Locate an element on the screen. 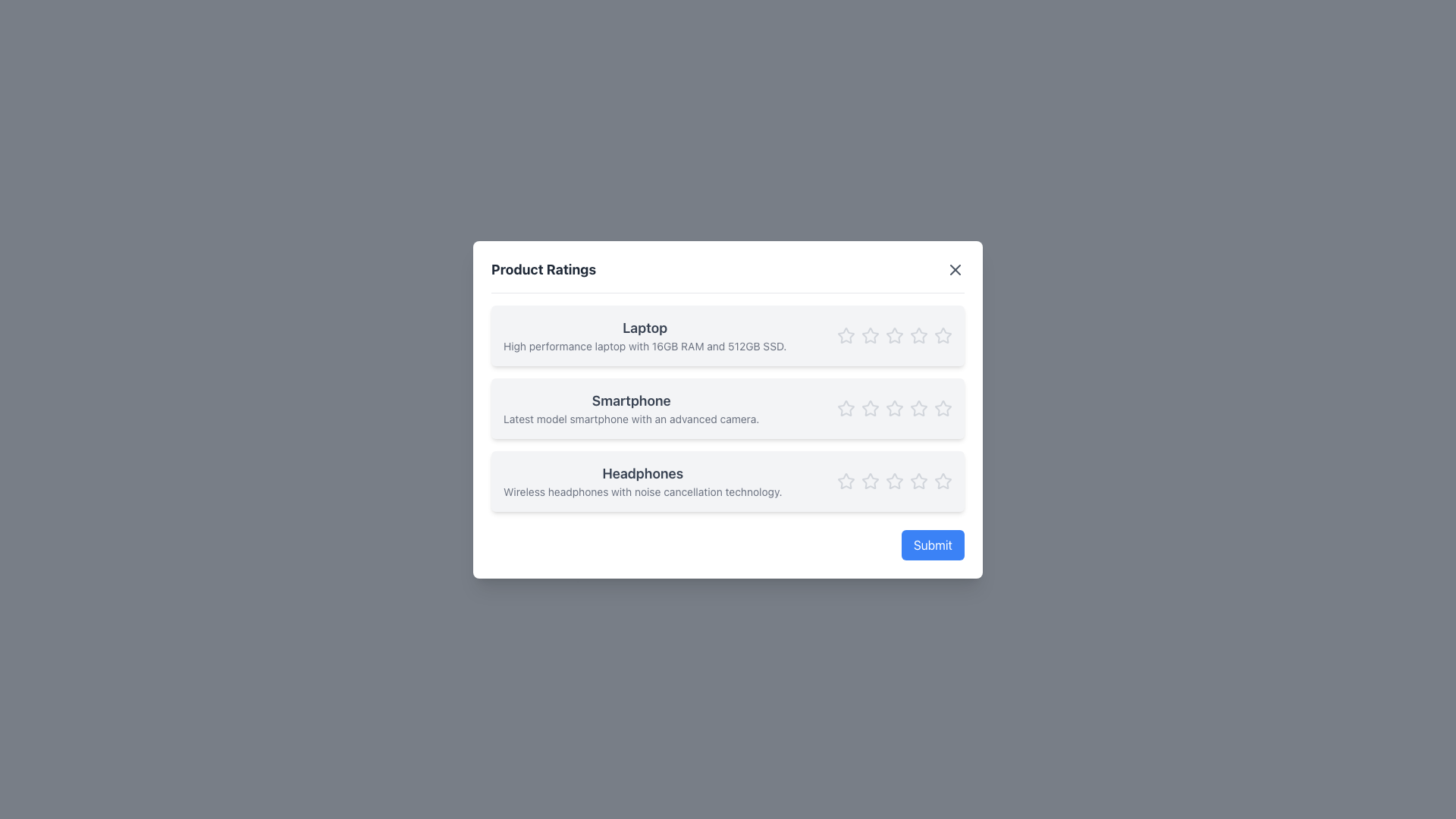 Image resolution: width=1456 pixels, height=819 pixels. the first star in the five-star rating system for the 'Laptop' product is located at coordinates (846, 334).